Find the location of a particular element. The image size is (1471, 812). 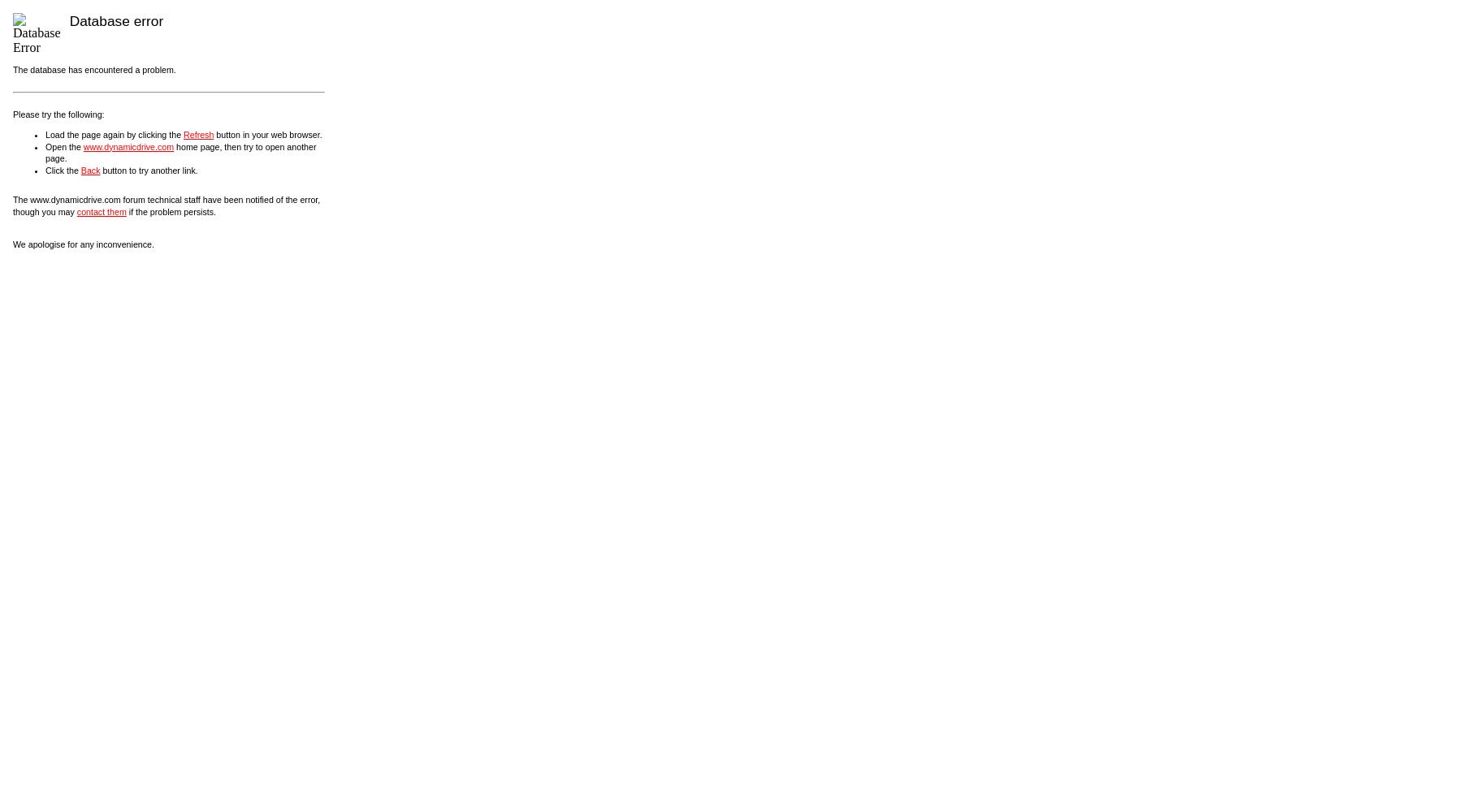

'Load the page again by clicking the' is located at coordinates (45, 134).